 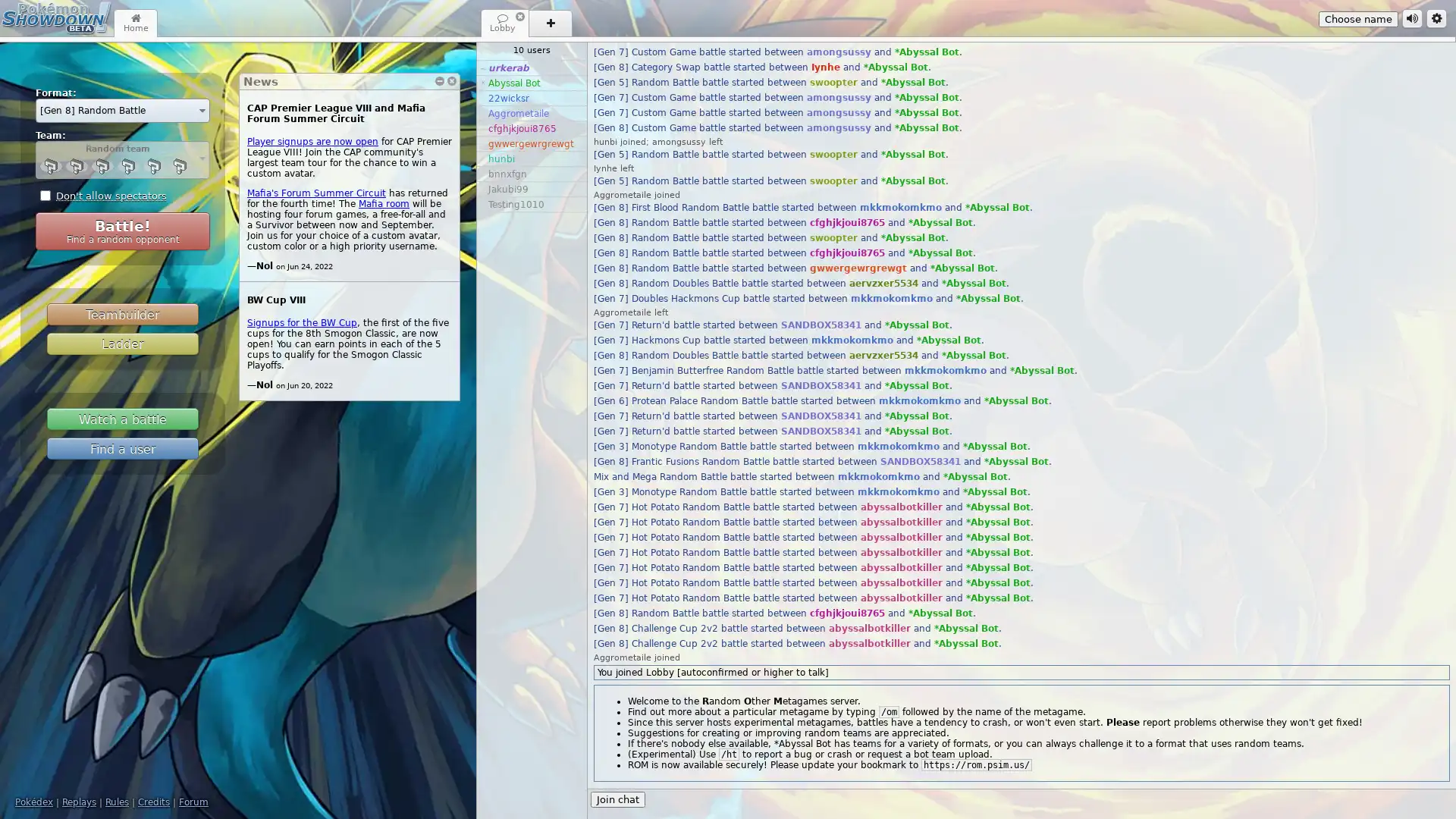 What do you see at coordinates (1436, 18) in the screenshot?
I see `Options` at bounding box center [1436, 18].